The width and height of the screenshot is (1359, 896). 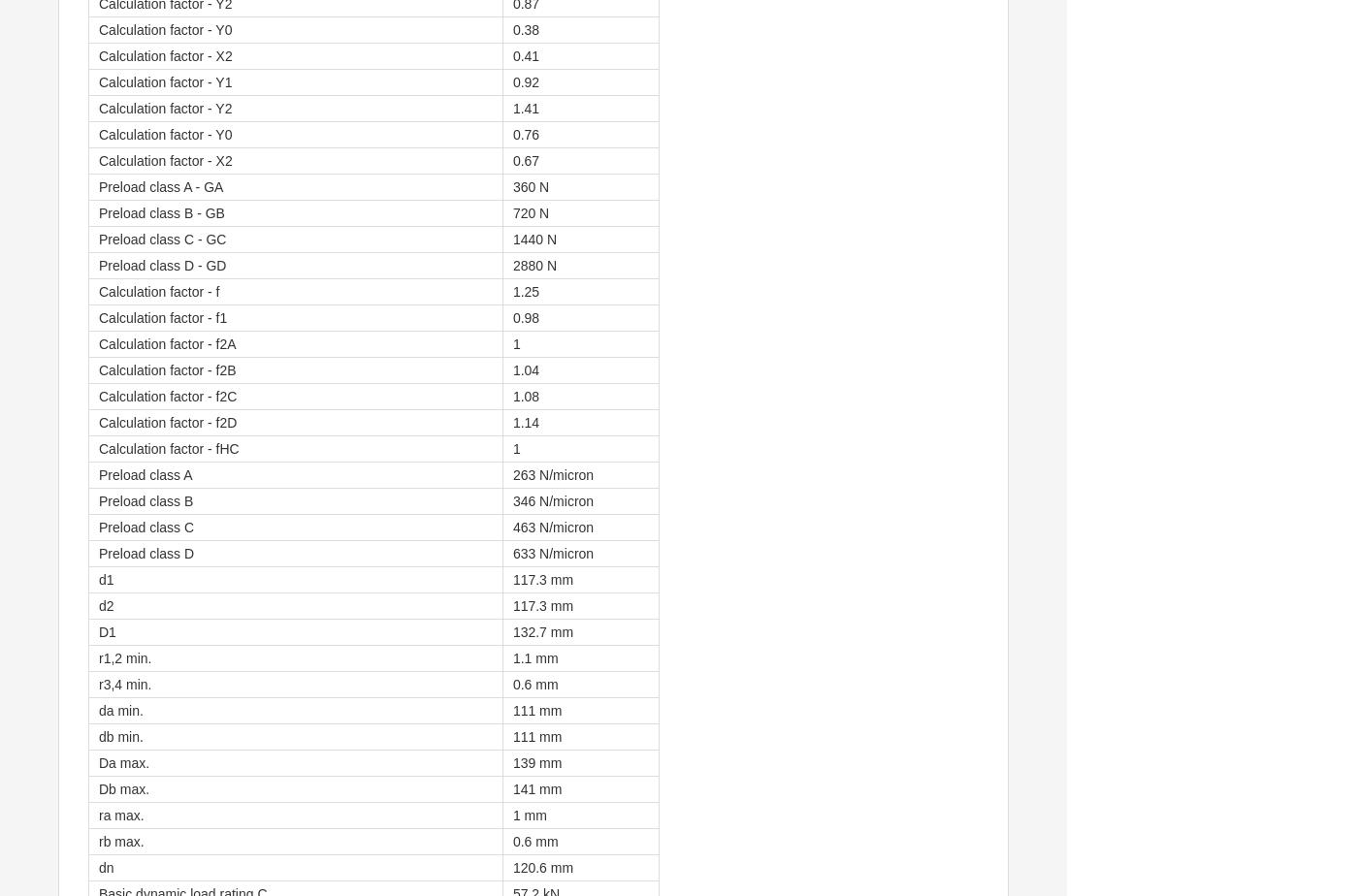 I want to click on '0.38', so click(x=525, y=28).